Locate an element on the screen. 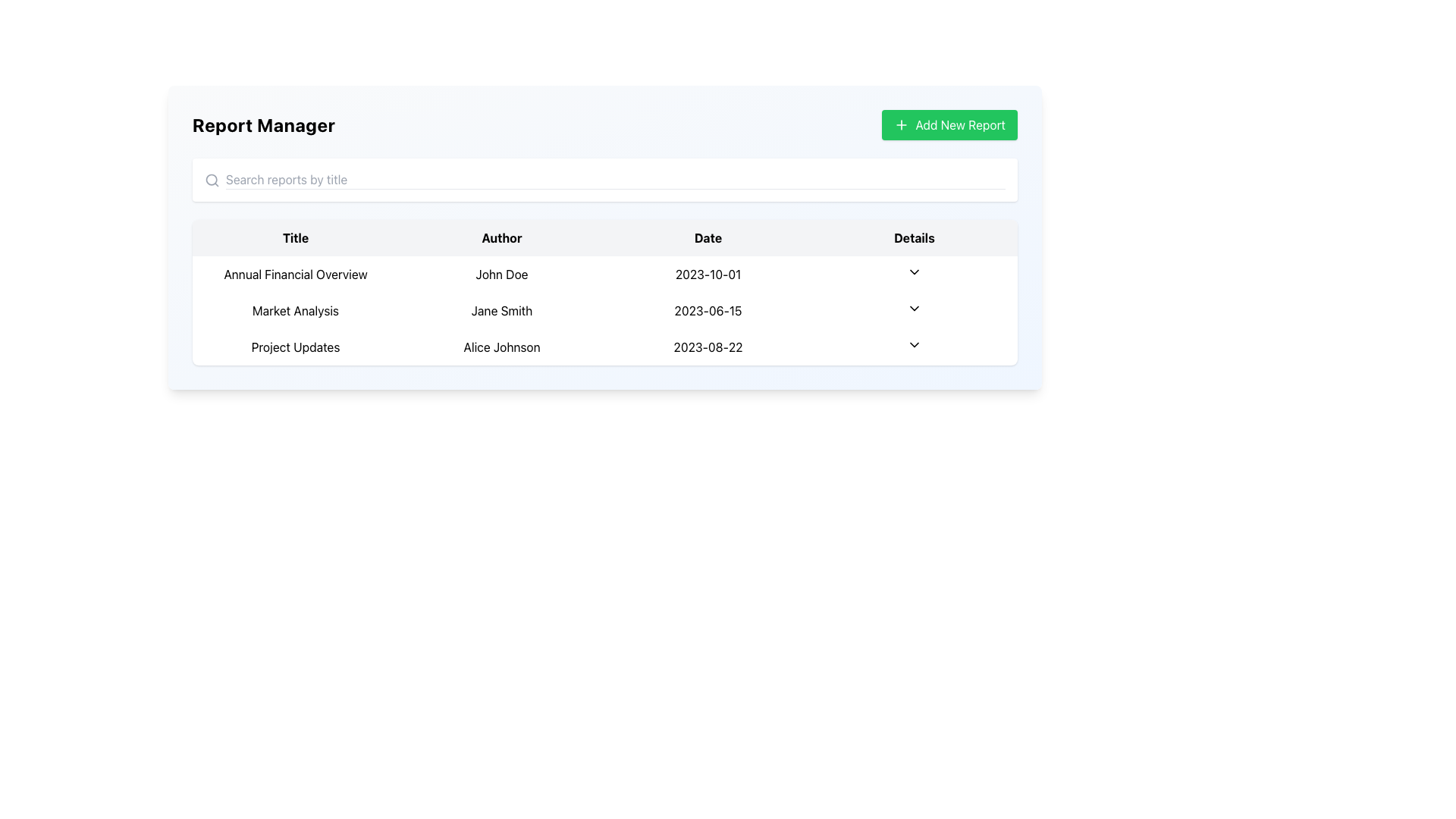  the first column header of the table, which indicates titles of items or entries is located at coordinates (295, 237).